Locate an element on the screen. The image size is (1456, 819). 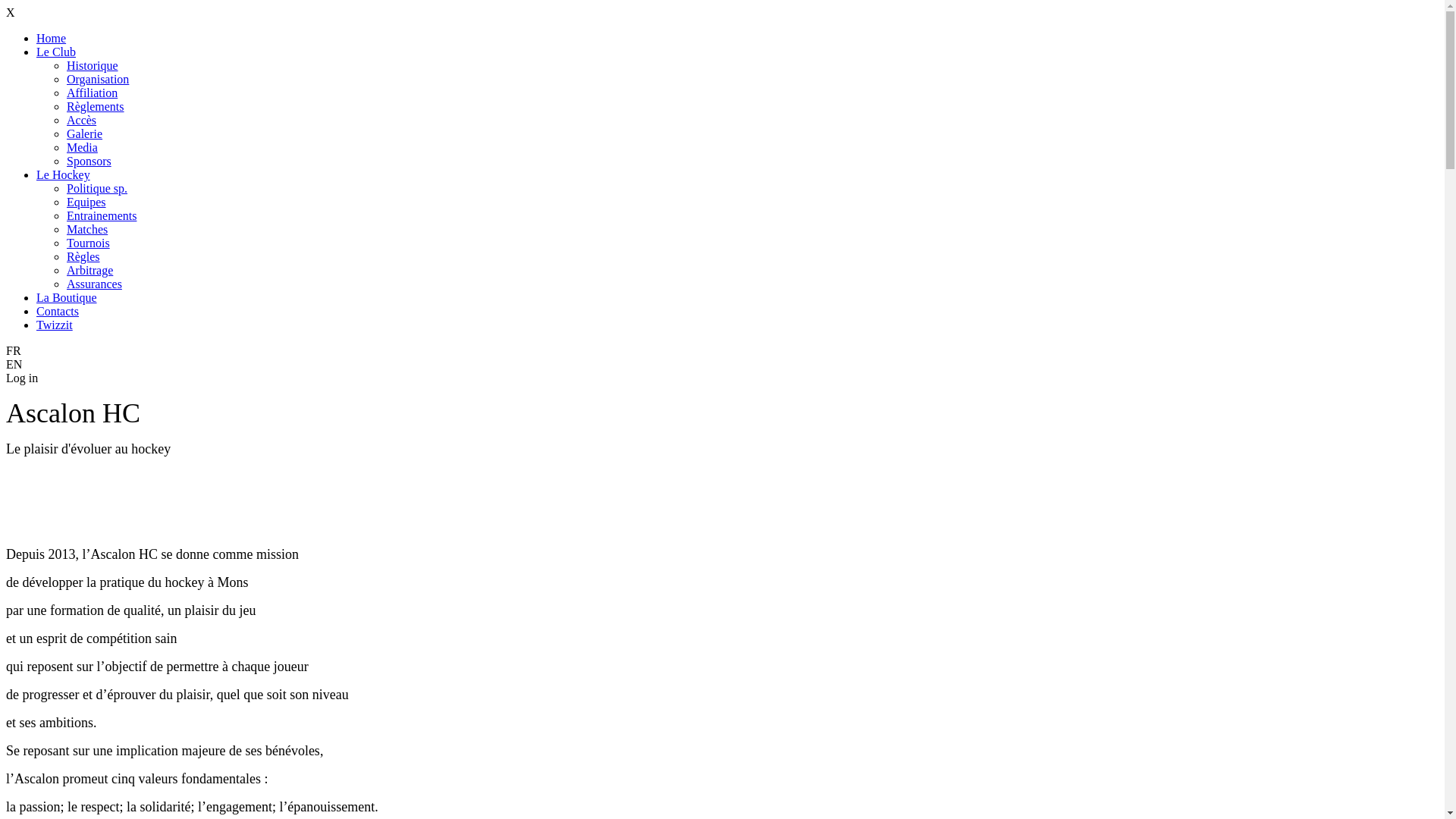
'Le Club' is located at coordinates (55, 51).